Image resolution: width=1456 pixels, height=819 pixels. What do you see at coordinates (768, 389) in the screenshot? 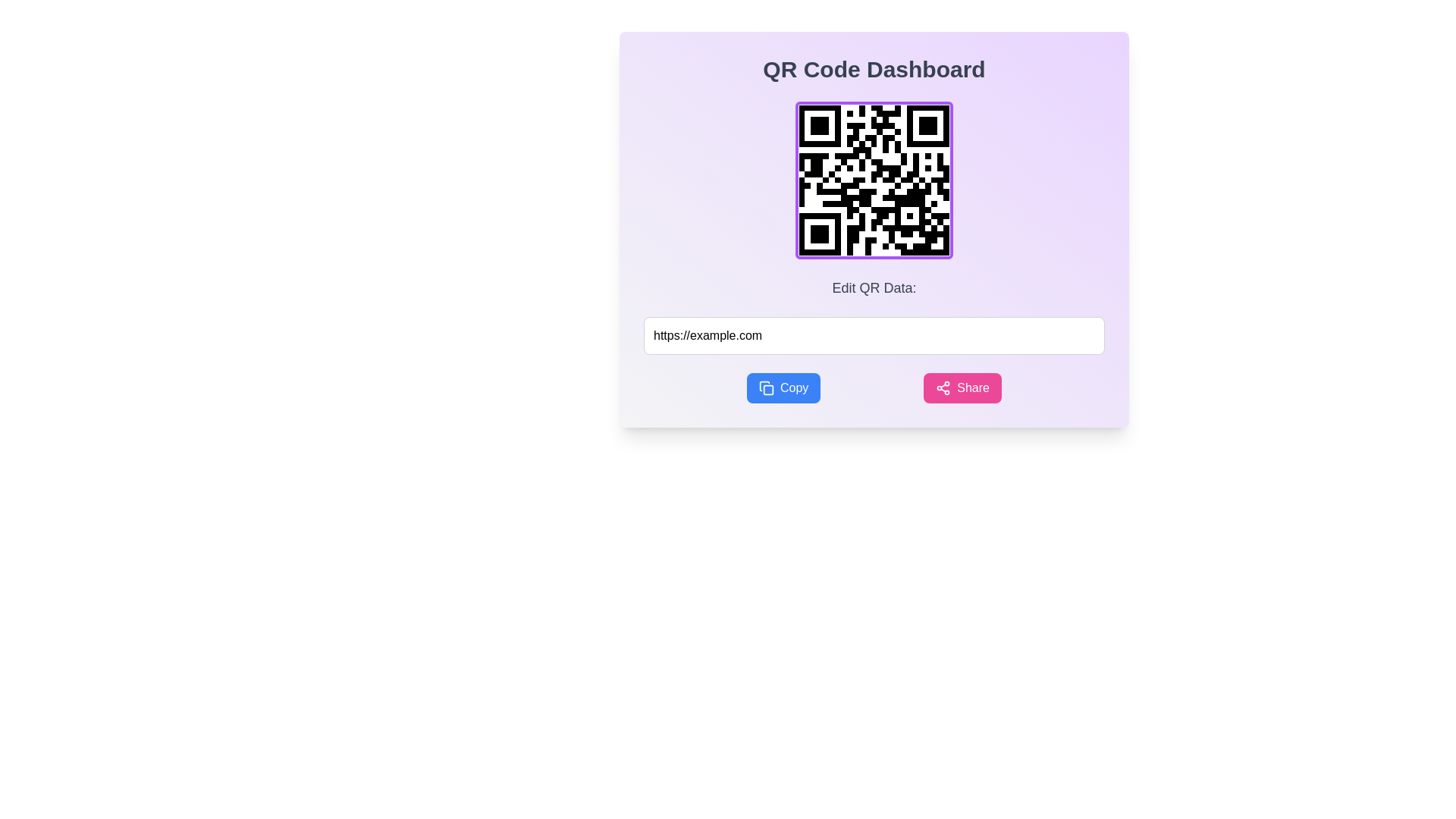
I see `the small blue square icon with rounded corners located to the left of the 'Copy' text inside the blue button at the bottom left of the card interface` at bounding box center [768, 389].